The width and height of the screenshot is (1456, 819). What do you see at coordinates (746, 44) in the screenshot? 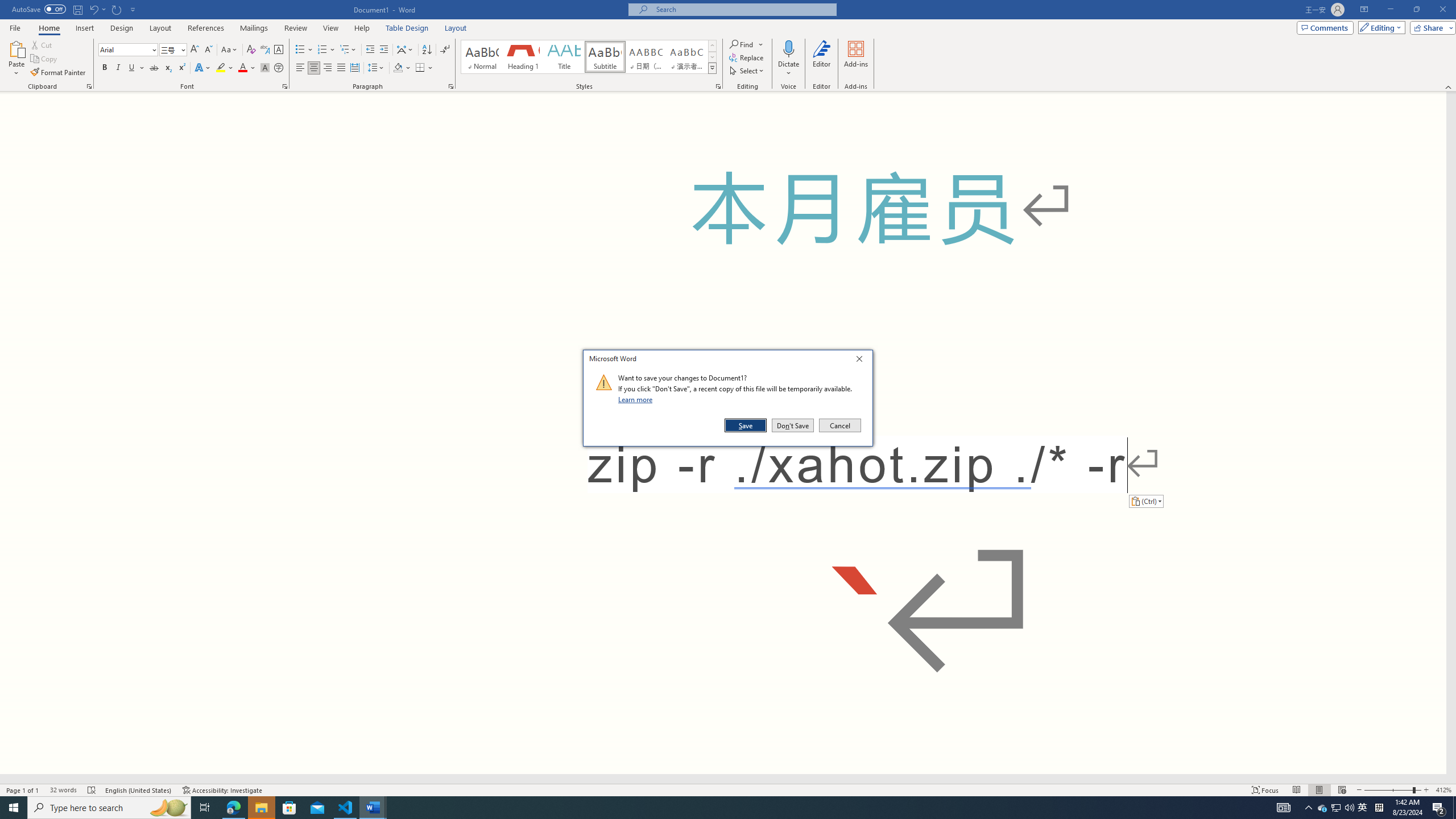
I see `'Find'` at bounding box center [746, 44].